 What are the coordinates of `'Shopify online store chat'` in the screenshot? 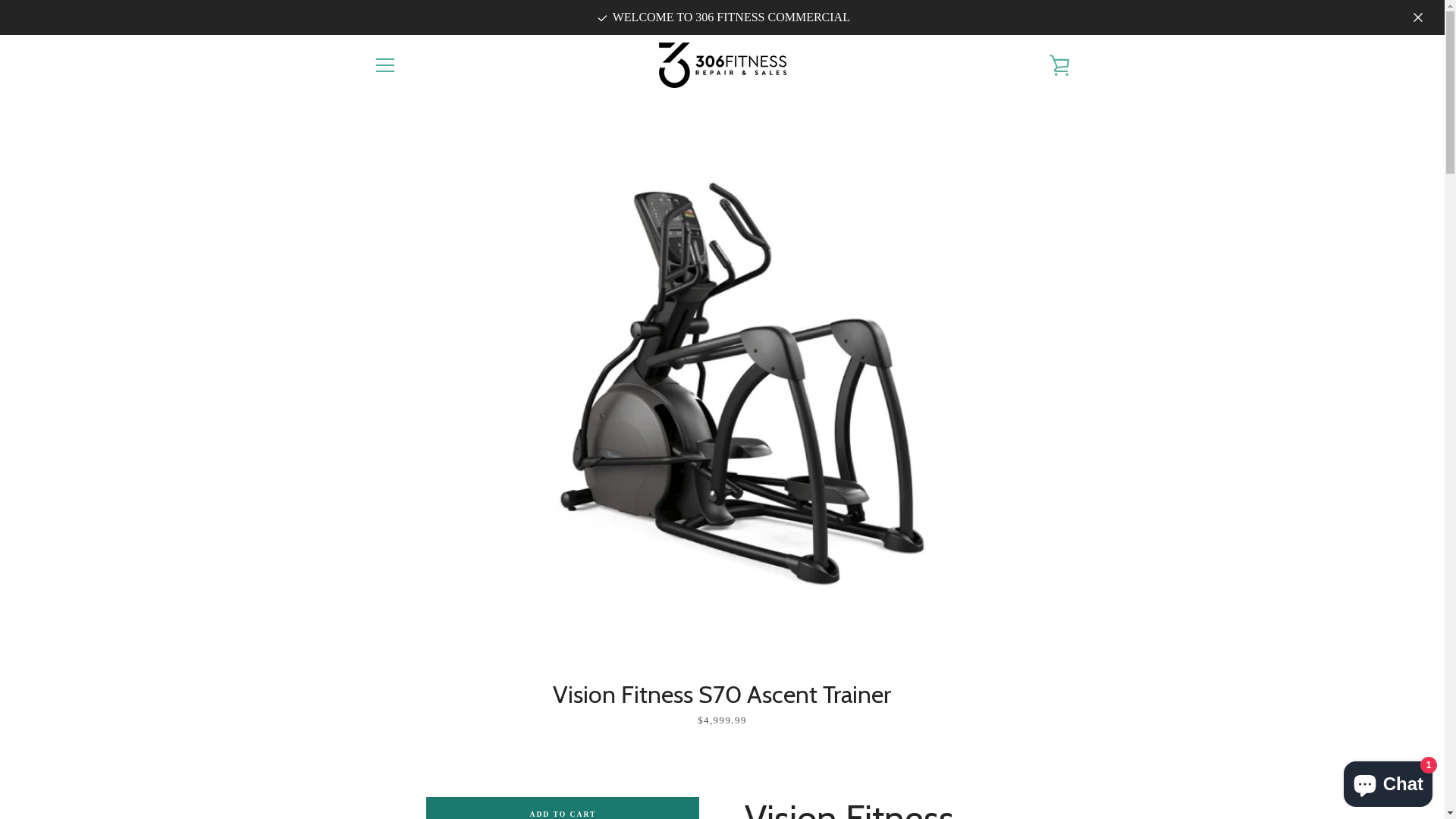 It's located at (1388, 780).